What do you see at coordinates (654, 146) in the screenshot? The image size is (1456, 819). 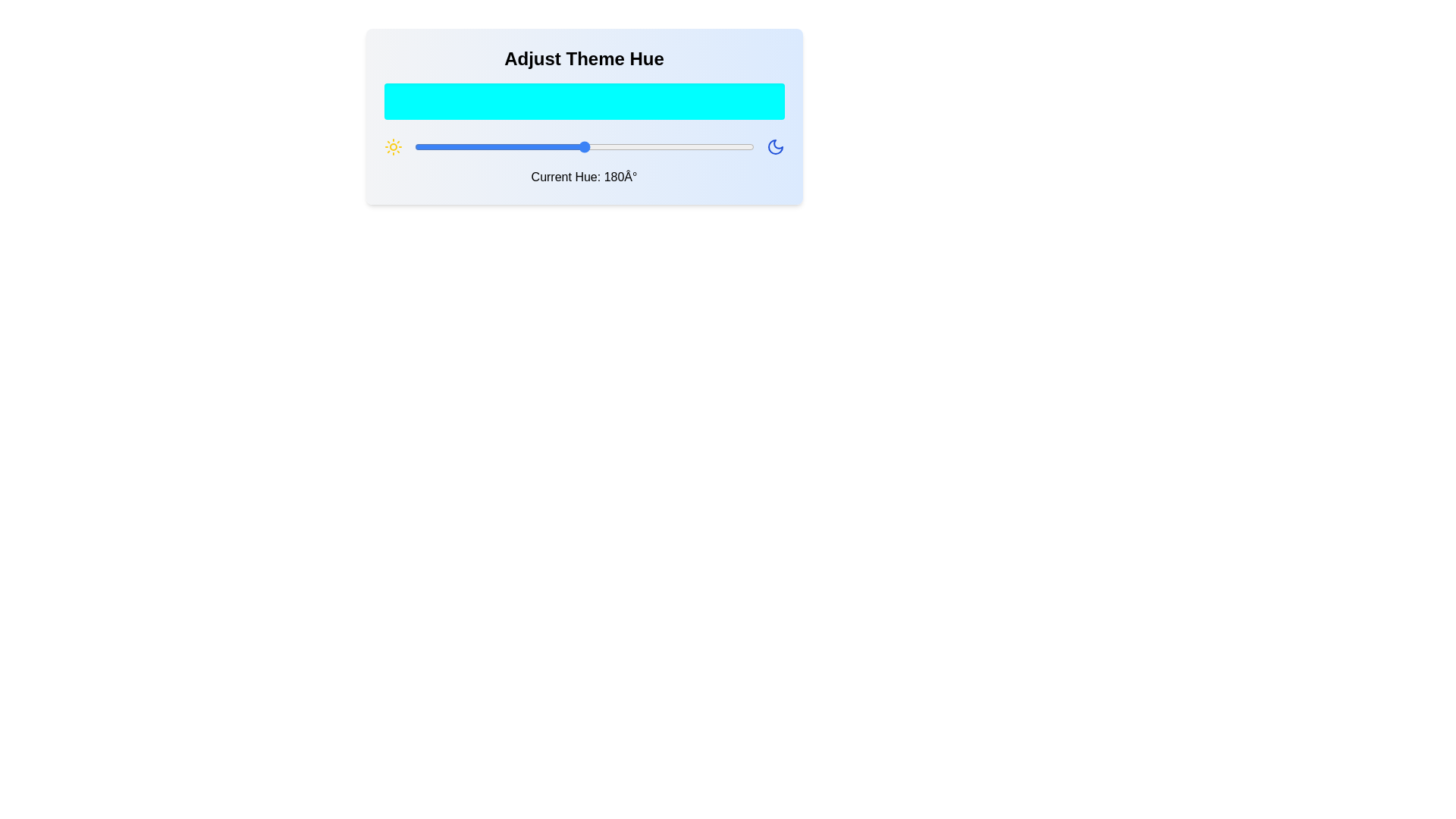 I see `the hue to 255 degrees by dragging the slider` at bounding box center [654, 146].